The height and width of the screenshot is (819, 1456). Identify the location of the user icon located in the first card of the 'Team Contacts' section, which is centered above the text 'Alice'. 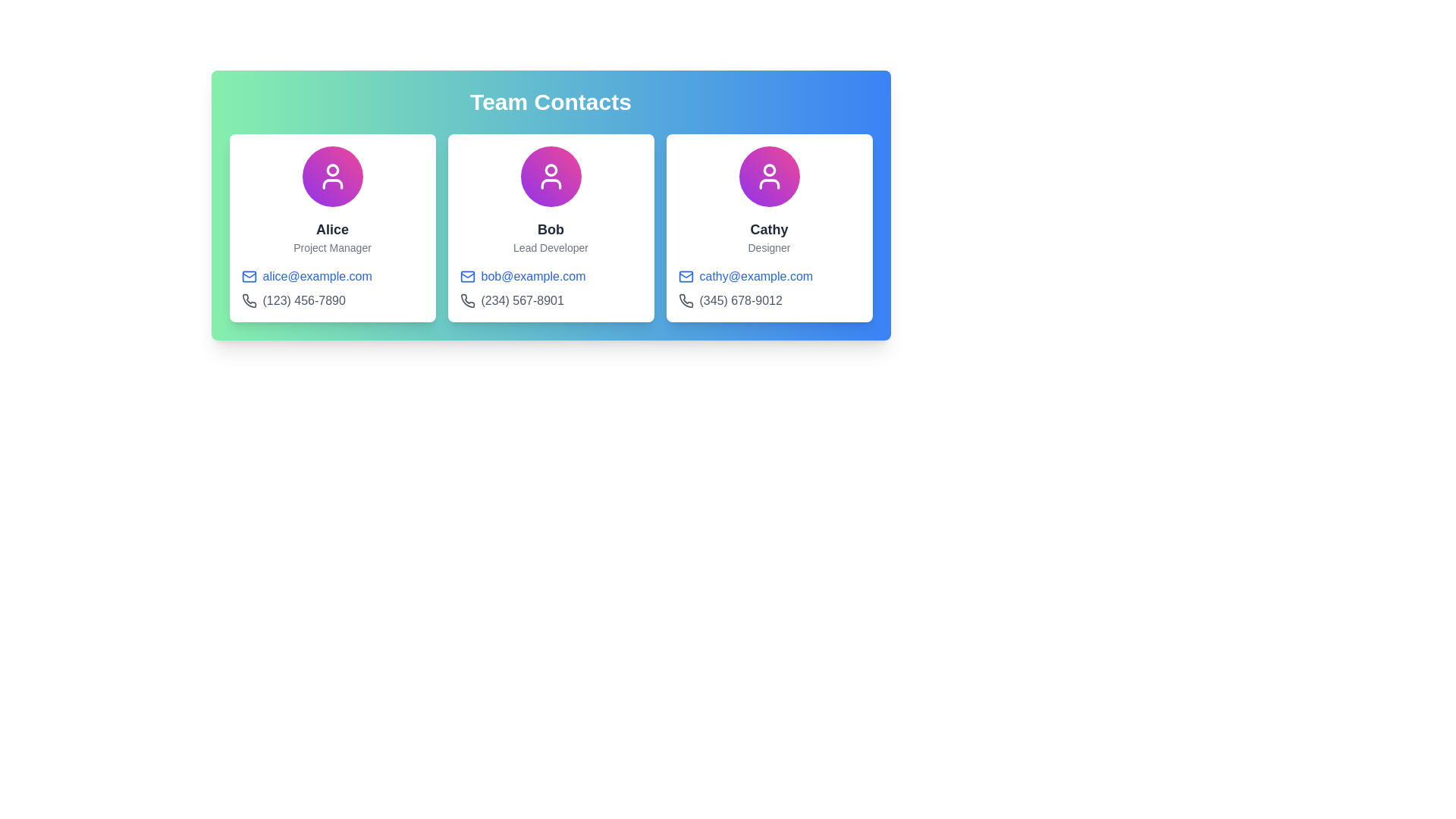
(331, 175).